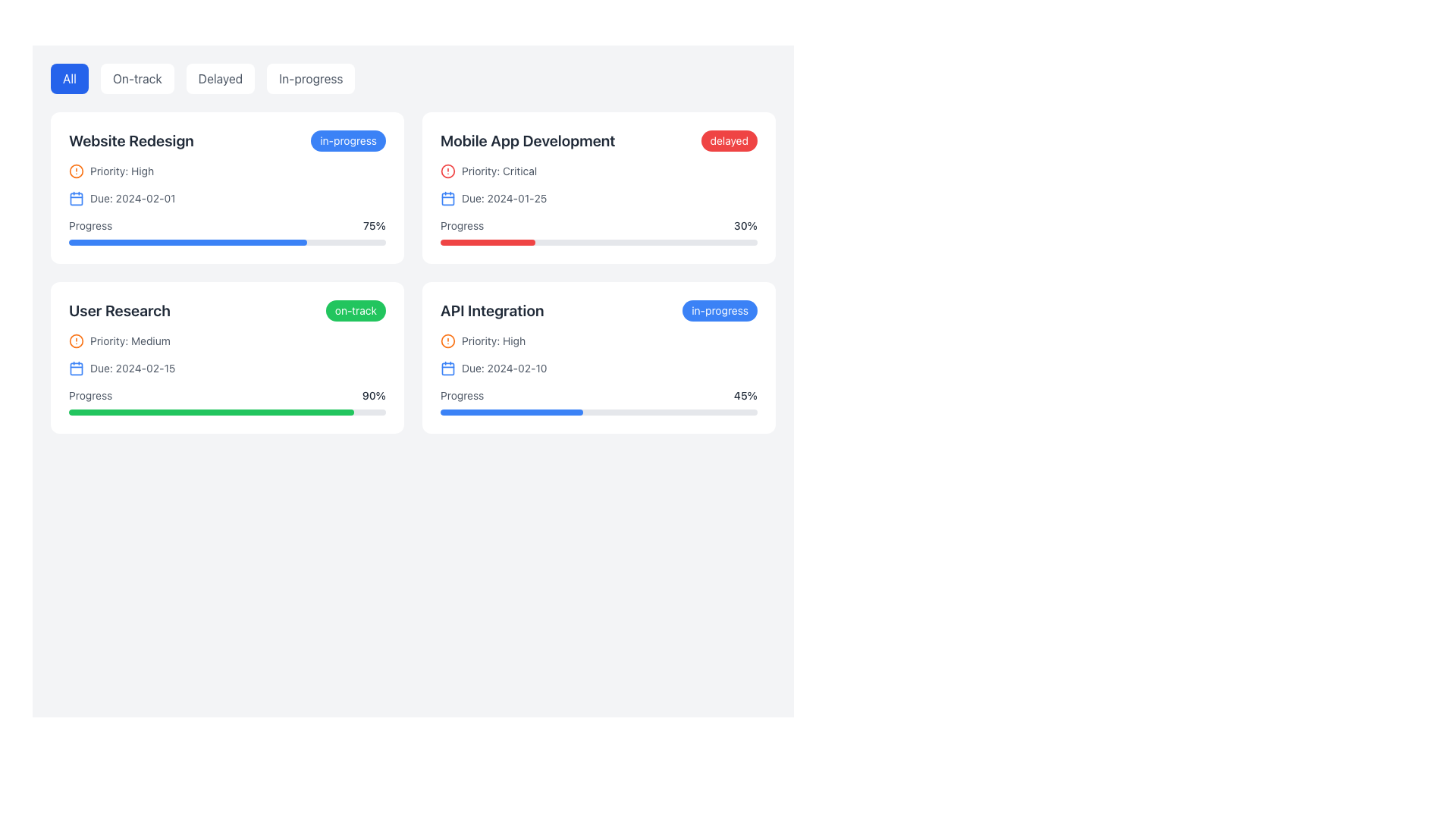 The width and height of the screenshot is (1456, 819). I want to click on visual progress of the progress indicator bar associated with the task labeled 'Website Redesign', which is filled up to 75% and is located below the 'Progress' text, so click(226, 231).